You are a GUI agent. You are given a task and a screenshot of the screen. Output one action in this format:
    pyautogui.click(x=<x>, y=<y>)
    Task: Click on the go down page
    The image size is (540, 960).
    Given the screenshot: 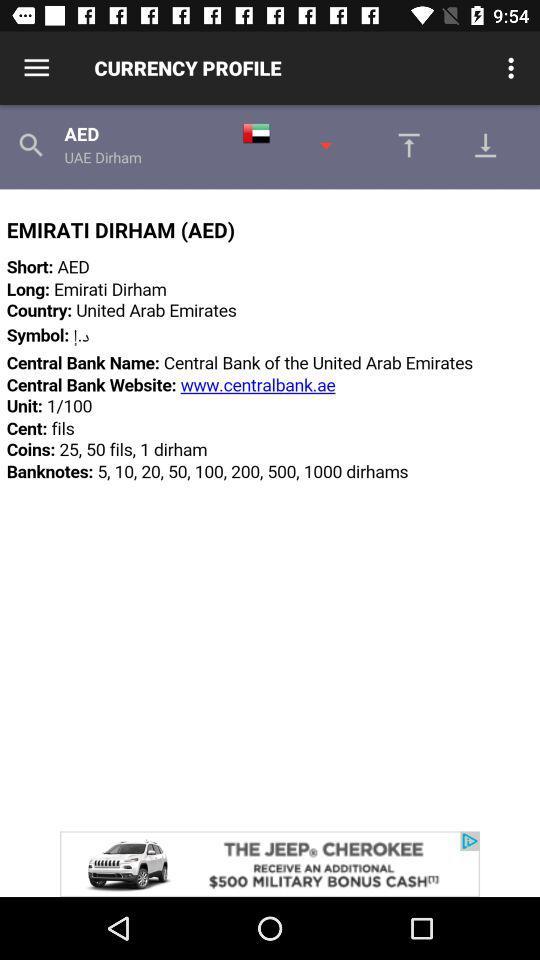 What is the action you would take?
    pyautogui.click(x=490, y=144)
    